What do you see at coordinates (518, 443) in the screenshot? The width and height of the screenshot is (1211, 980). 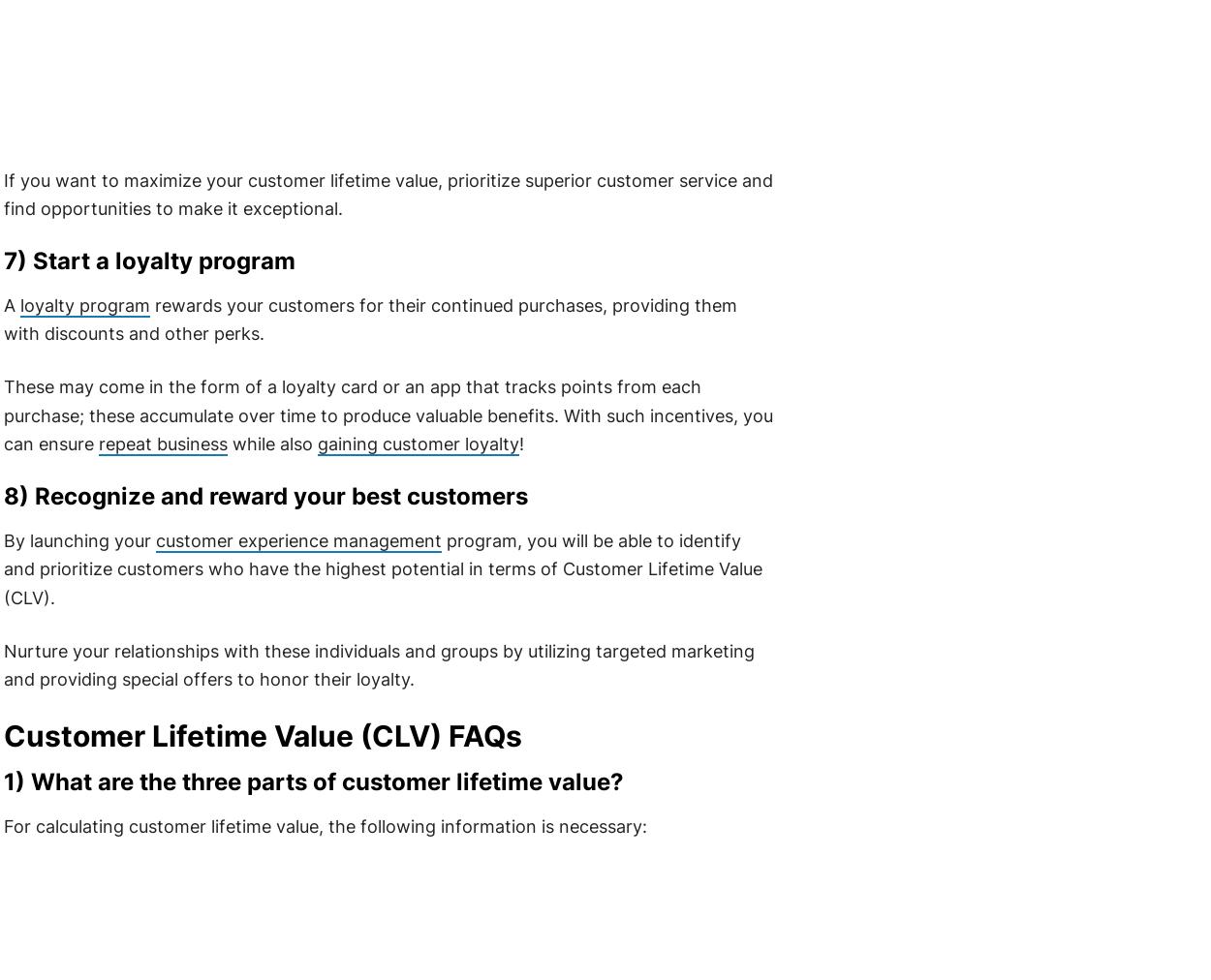 I see `'!'` at bounding box center [518, 443].